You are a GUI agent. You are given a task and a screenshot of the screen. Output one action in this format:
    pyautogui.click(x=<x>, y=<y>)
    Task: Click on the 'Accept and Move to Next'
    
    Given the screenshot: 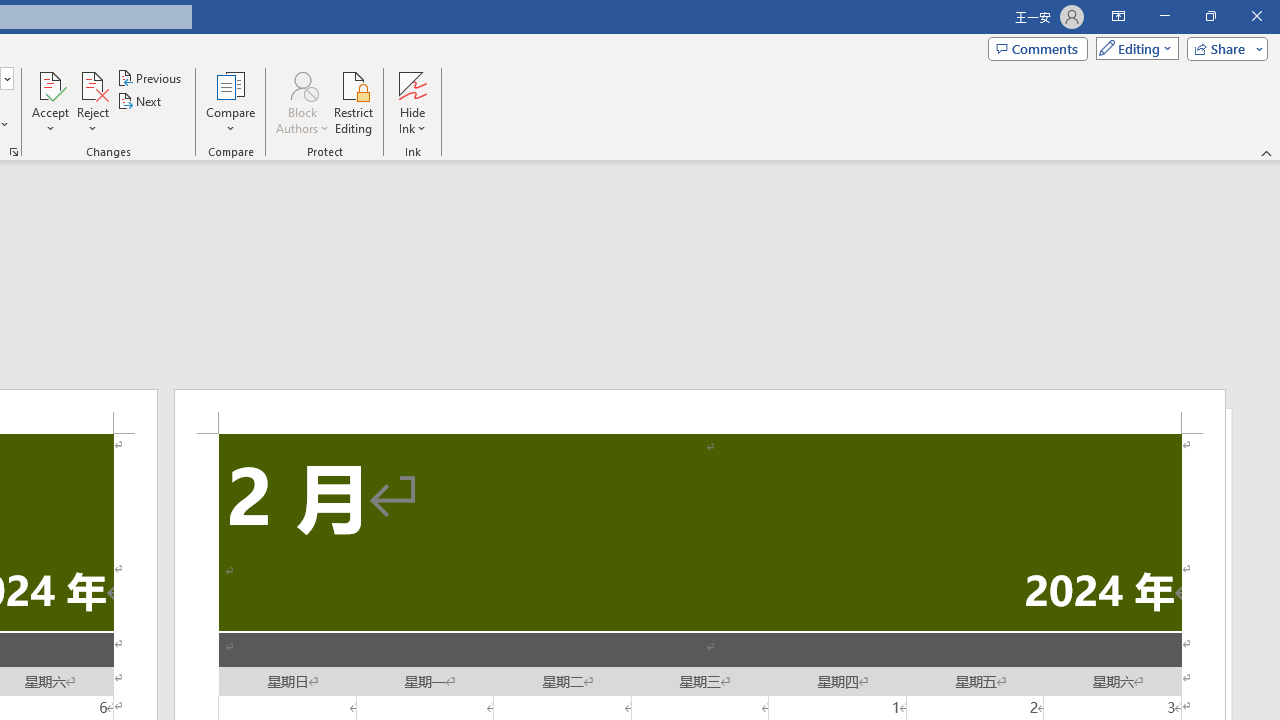 What is the action you would take?
    pyautogui.click(x=50, y=84)
    